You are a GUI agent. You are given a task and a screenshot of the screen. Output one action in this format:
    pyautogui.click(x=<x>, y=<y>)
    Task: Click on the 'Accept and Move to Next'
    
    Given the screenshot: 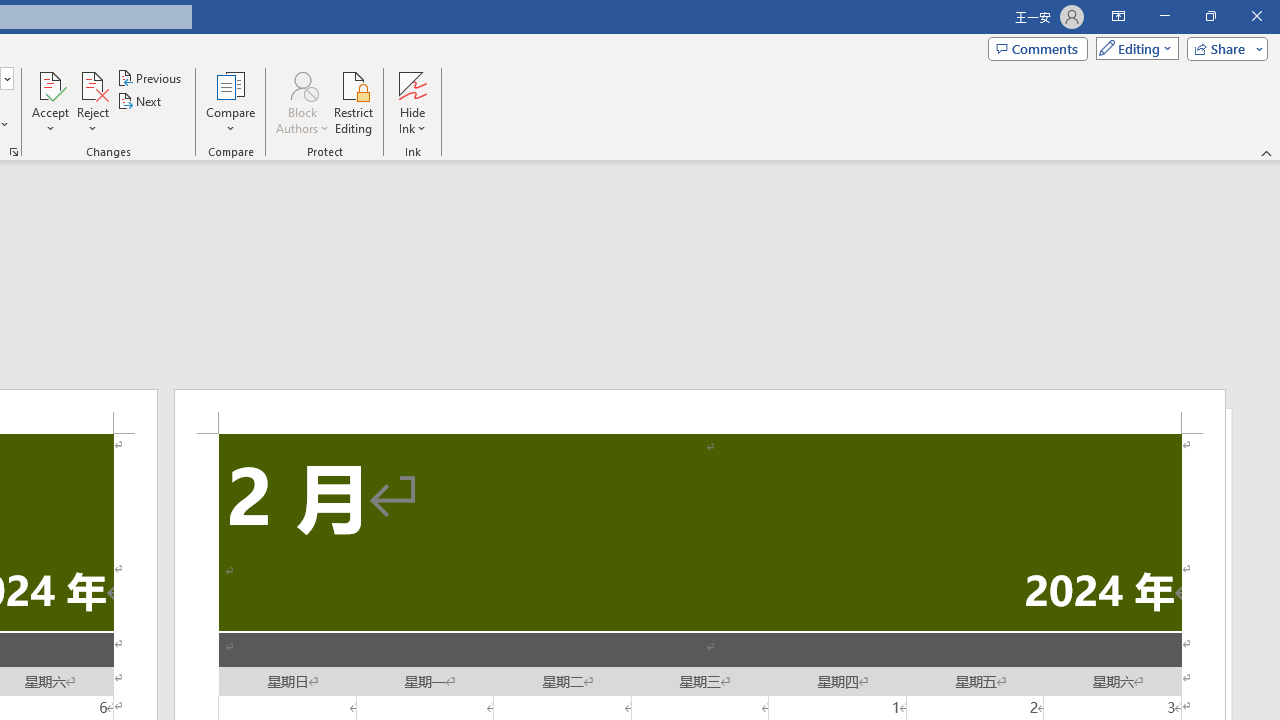 What is the action you would take?
    pyautogui.click(x=50, y=84)
    